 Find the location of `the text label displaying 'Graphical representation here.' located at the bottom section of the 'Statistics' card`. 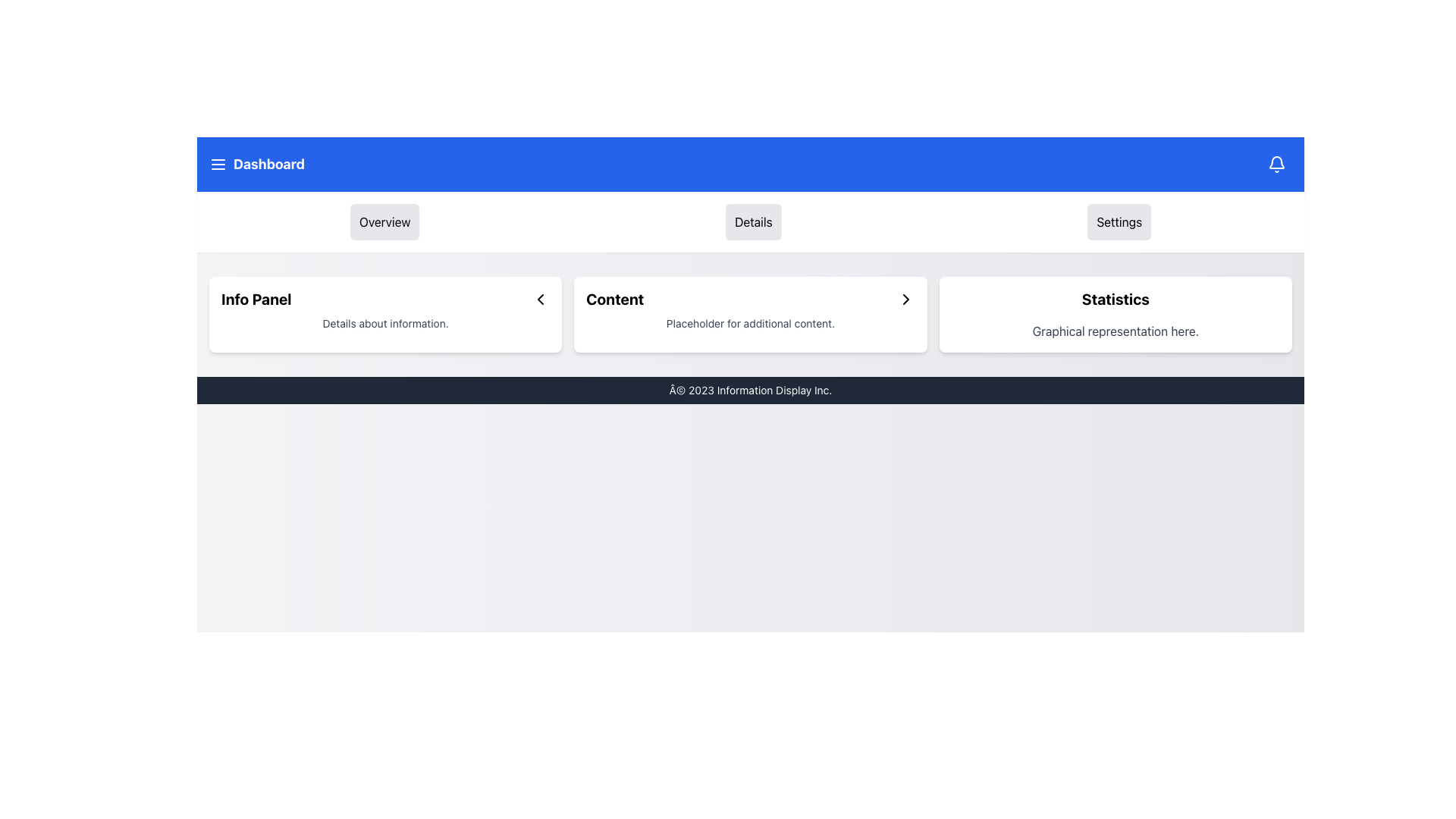

the text label displaying 'Graphical representation here.' located at the bottom section of the 'Statistics' card is located at coordinates (1115, 330).